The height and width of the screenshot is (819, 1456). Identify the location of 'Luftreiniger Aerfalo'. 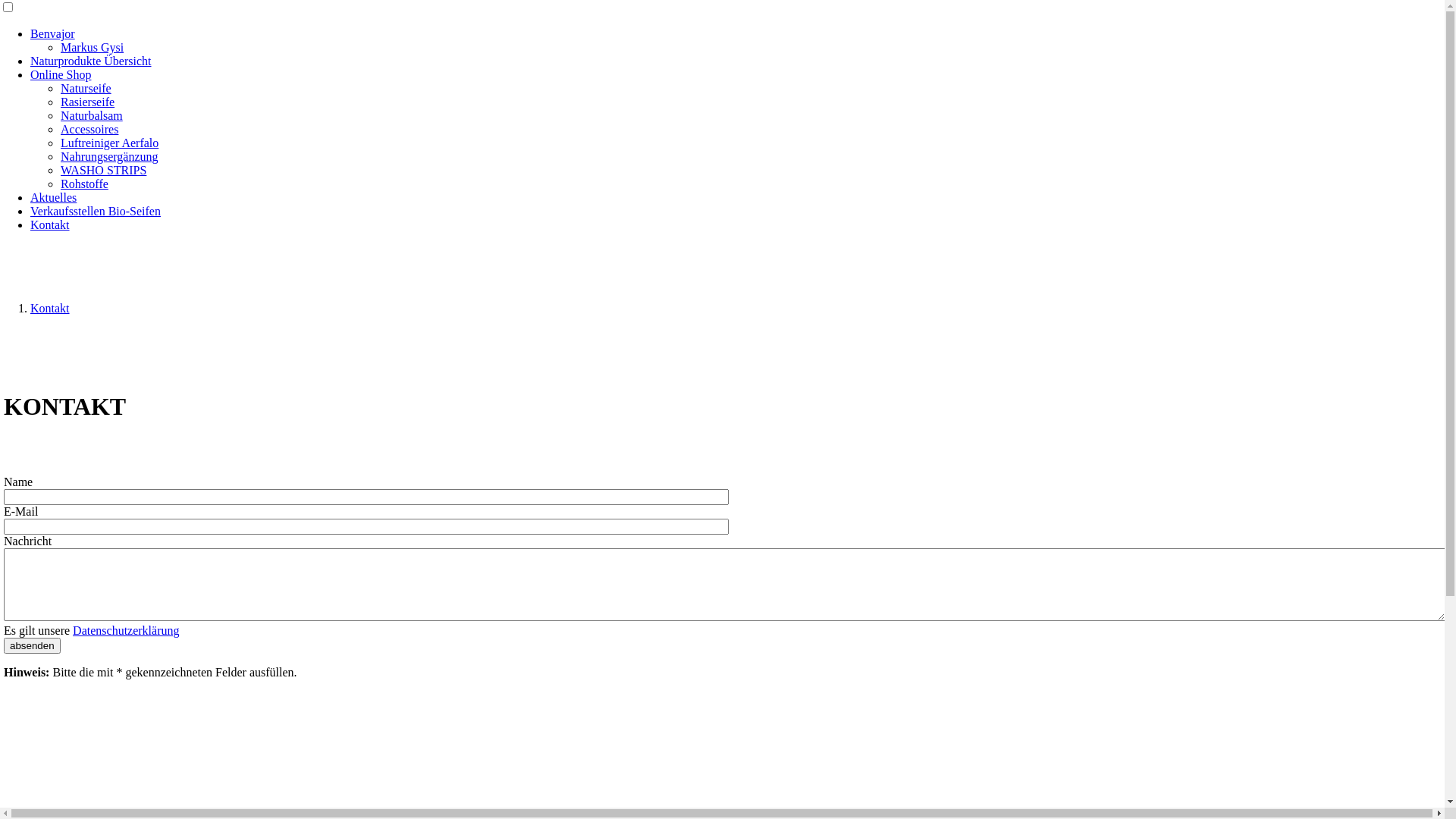
(108, 143).